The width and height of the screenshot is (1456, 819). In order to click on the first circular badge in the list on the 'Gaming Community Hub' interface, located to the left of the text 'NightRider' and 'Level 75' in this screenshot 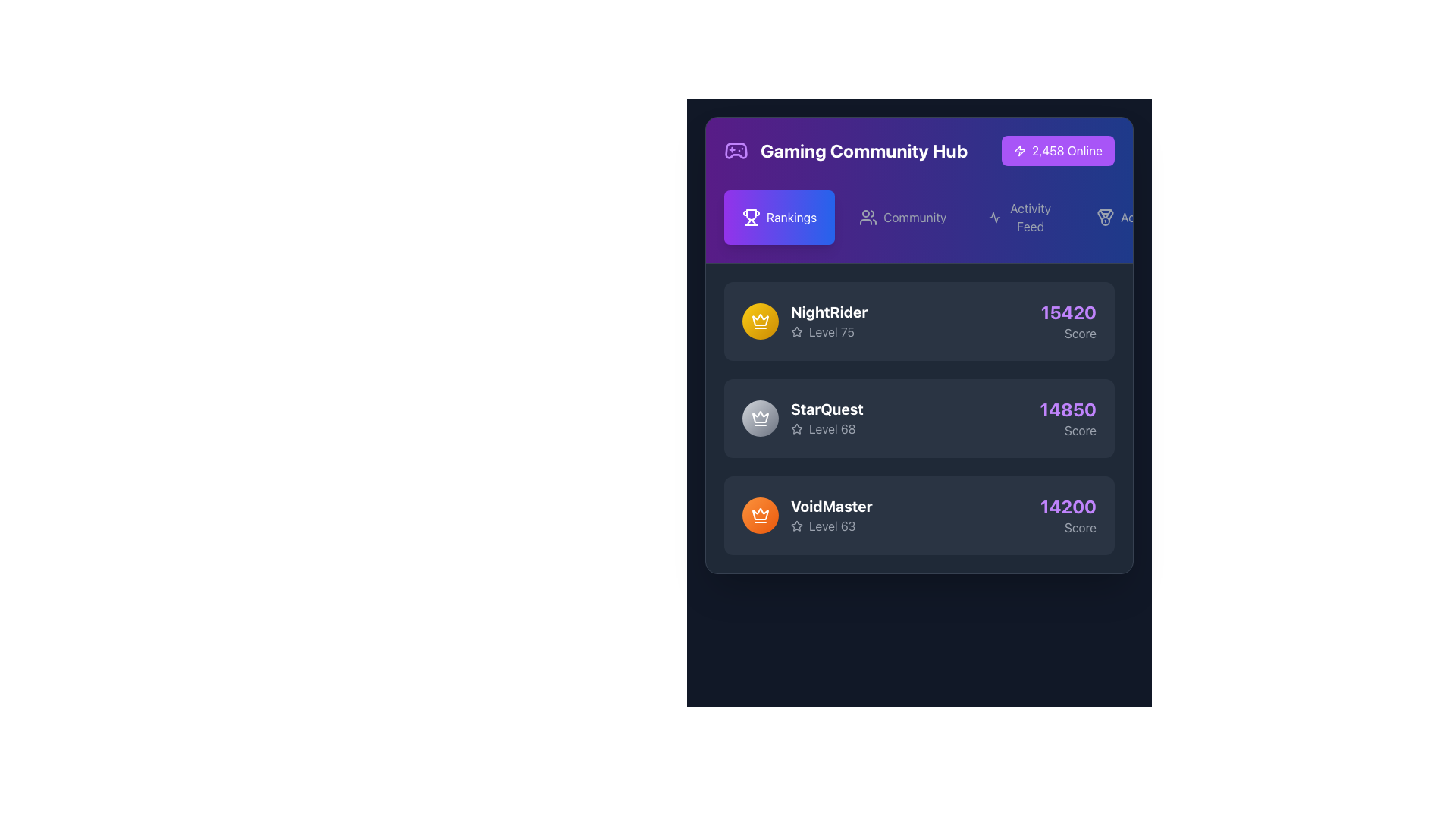, I will do `click(761, 321)`.